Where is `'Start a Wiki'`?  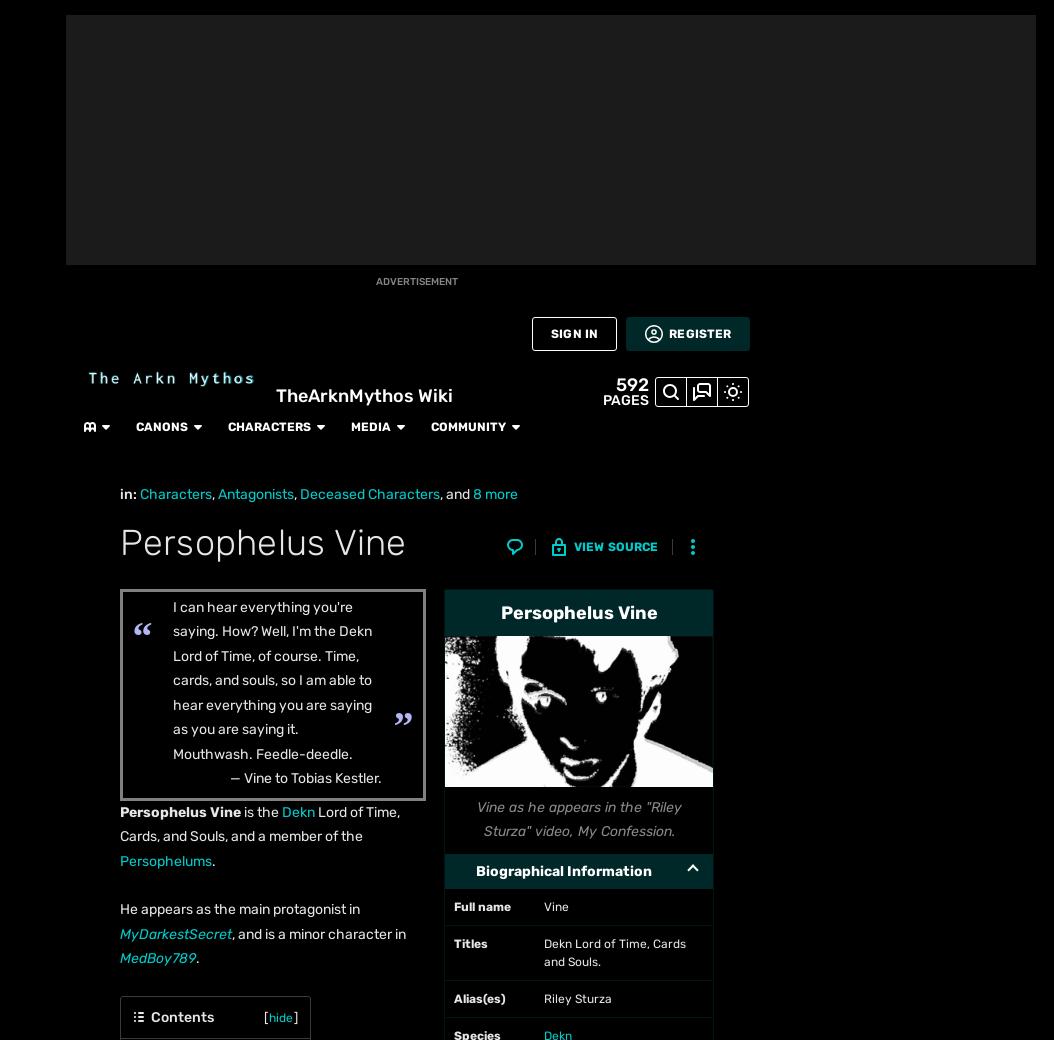 'Start a Wiki' is located at coordinates (32, 718).